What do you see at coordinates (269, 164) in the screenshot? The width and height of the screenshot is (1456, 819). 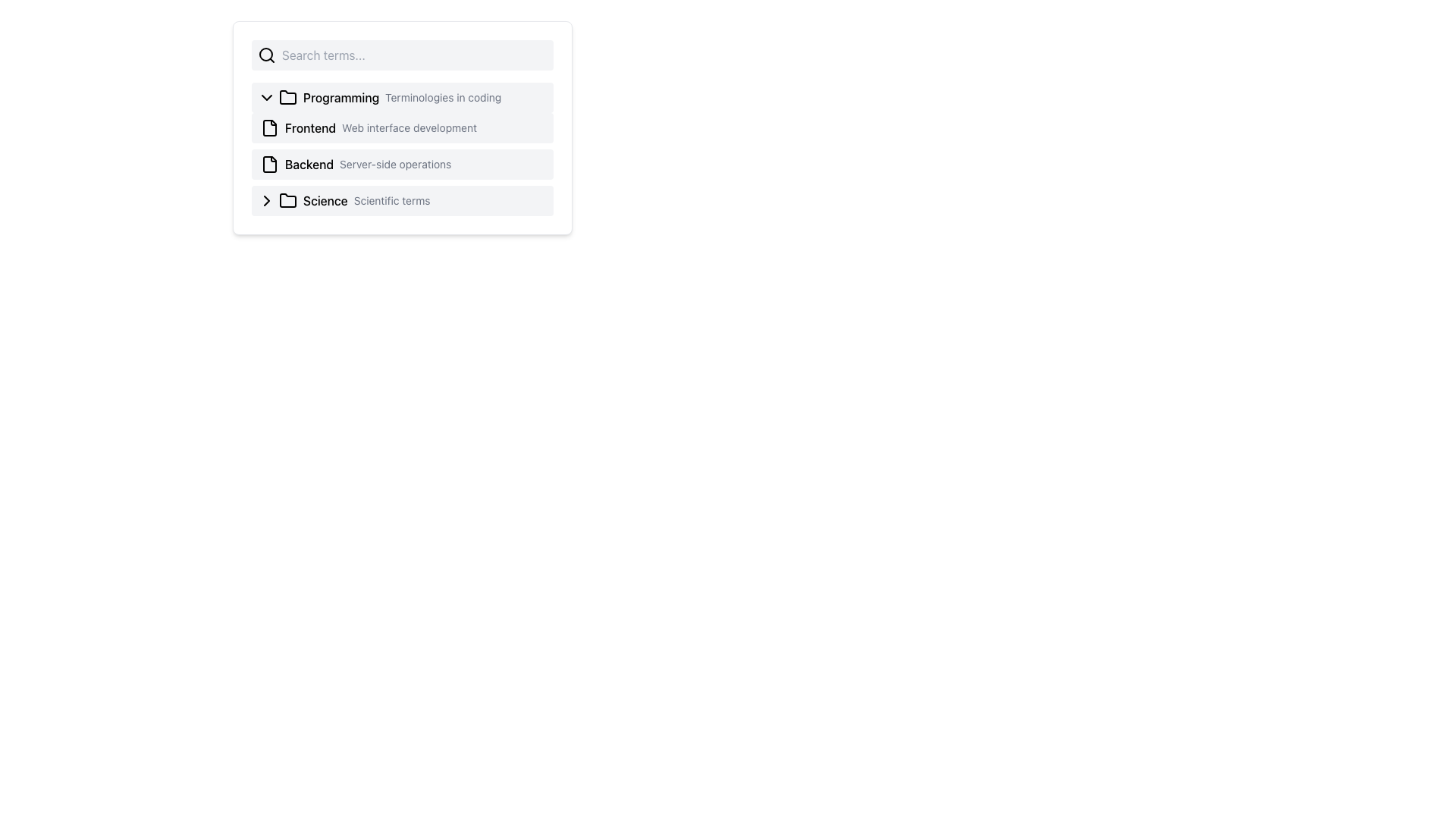 I see `the body of the file/document icon, which visually represents the 'Backend' category in the vertical list of categories` at bounding box center [269, 164].